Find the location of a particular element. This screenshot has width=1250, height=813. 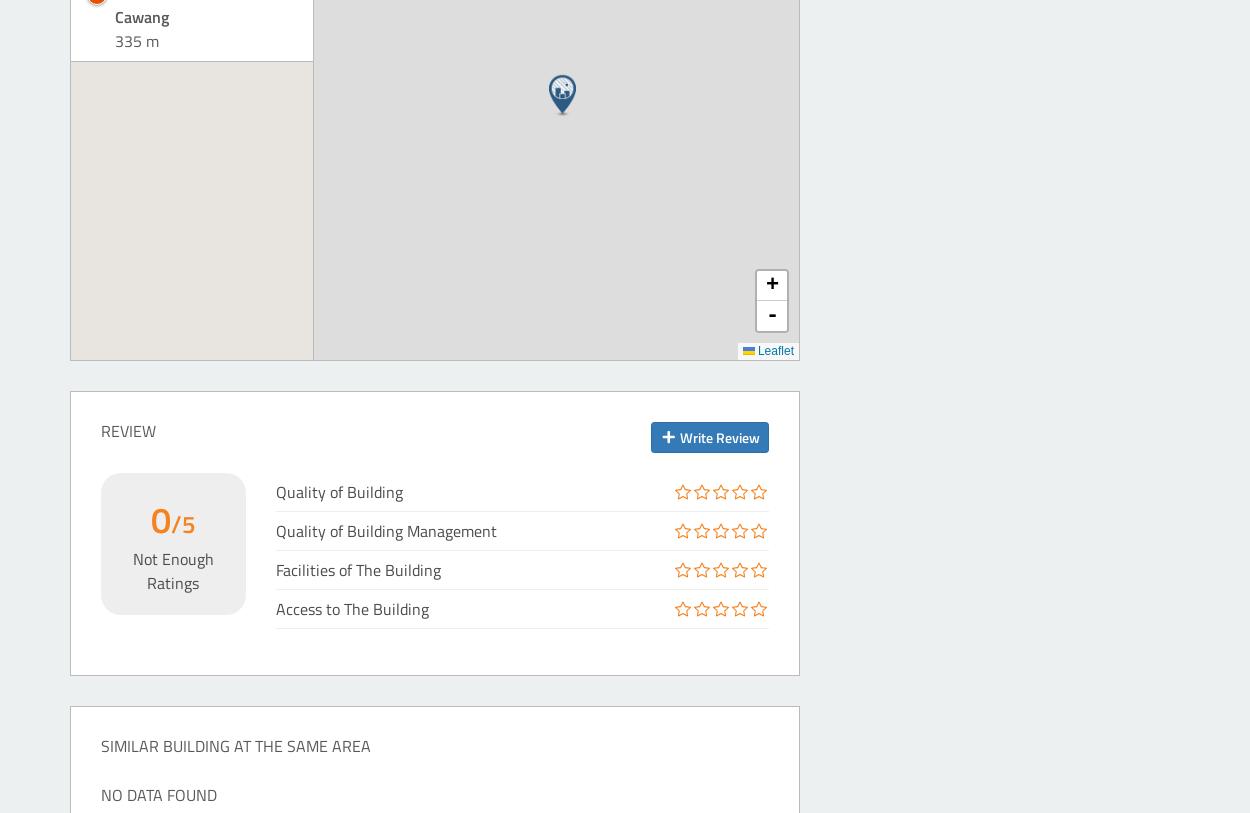

'Facilities of The Building' is located at coordinates (356, 569).